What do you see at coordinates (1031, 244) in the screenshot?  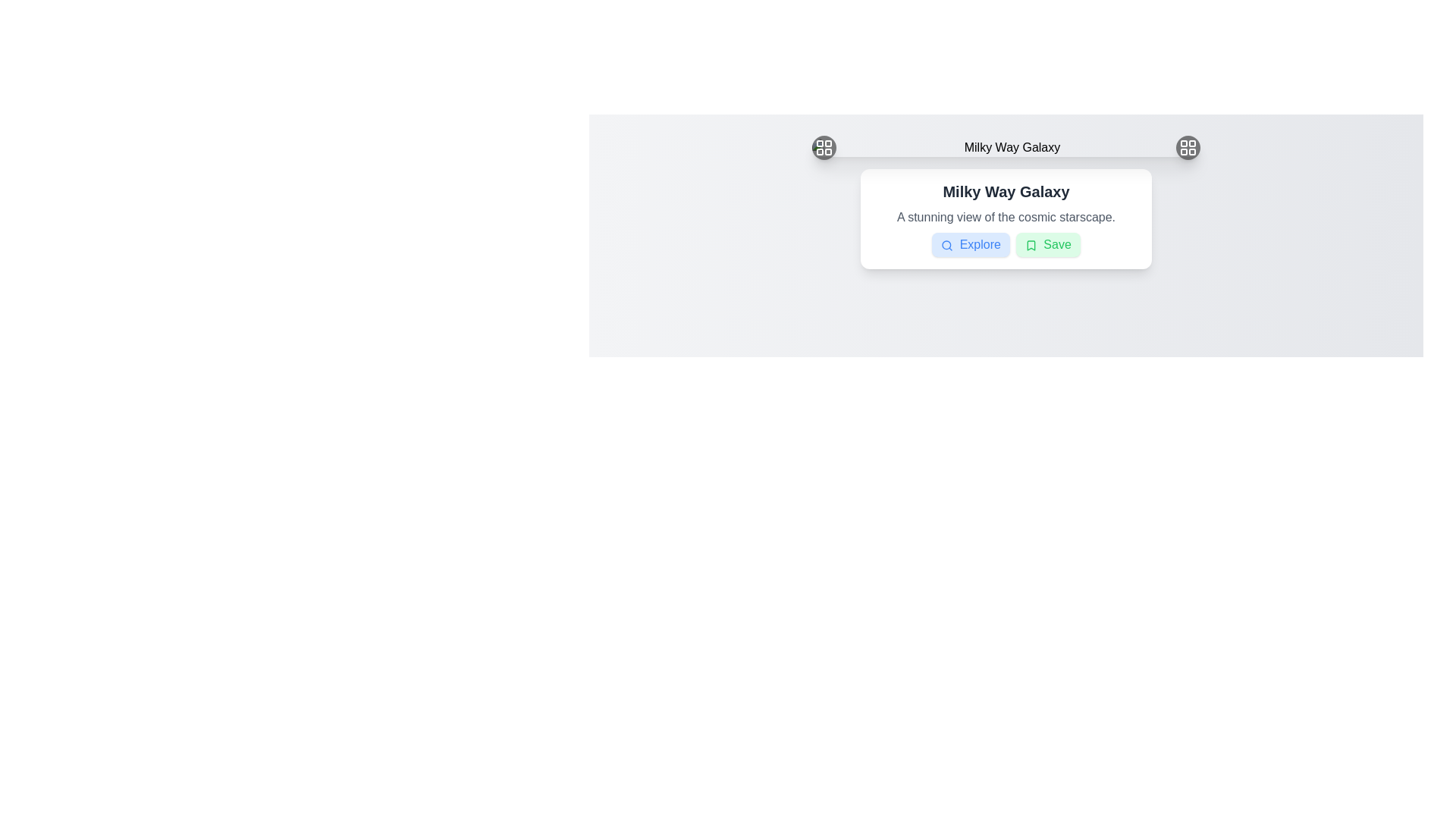 I see `the green bookmark icon located within the 'Save' button` at bounding box center [1031, 244].